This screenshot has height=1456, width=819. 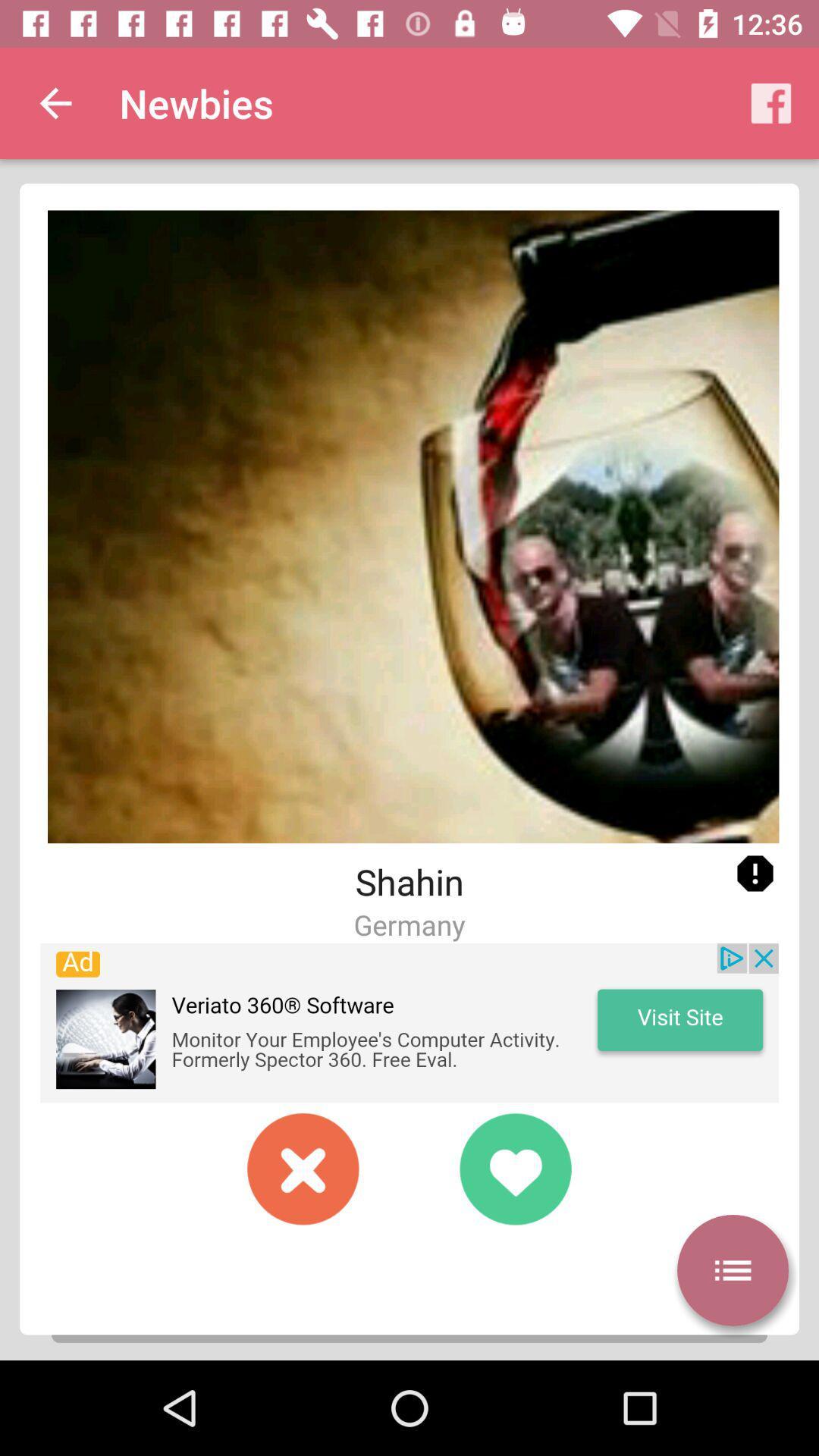 I want to click on not like image, so click(x=303, y=1168).